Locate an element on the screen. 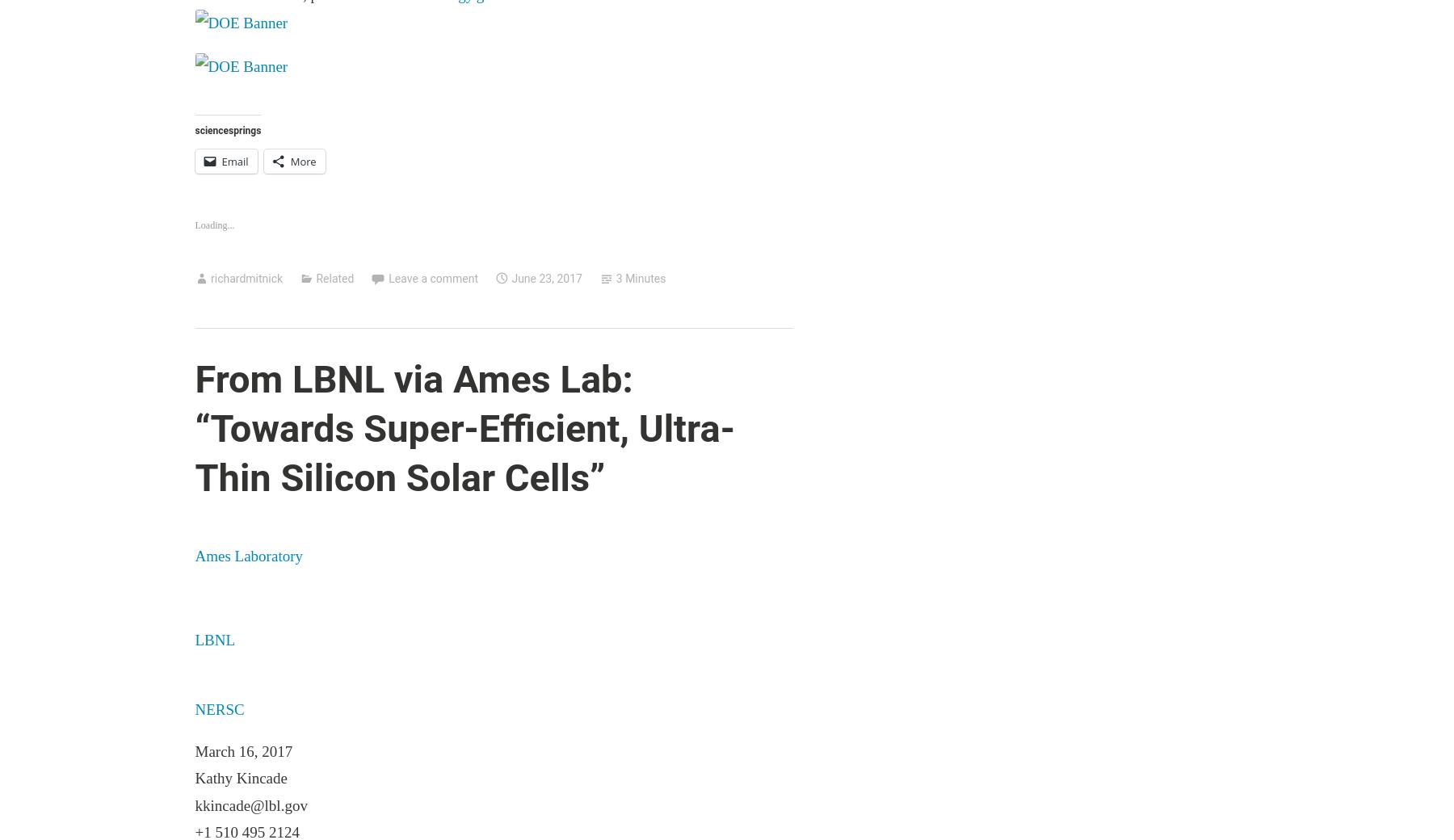  'LBNL' is located at coordinates (214, 639).